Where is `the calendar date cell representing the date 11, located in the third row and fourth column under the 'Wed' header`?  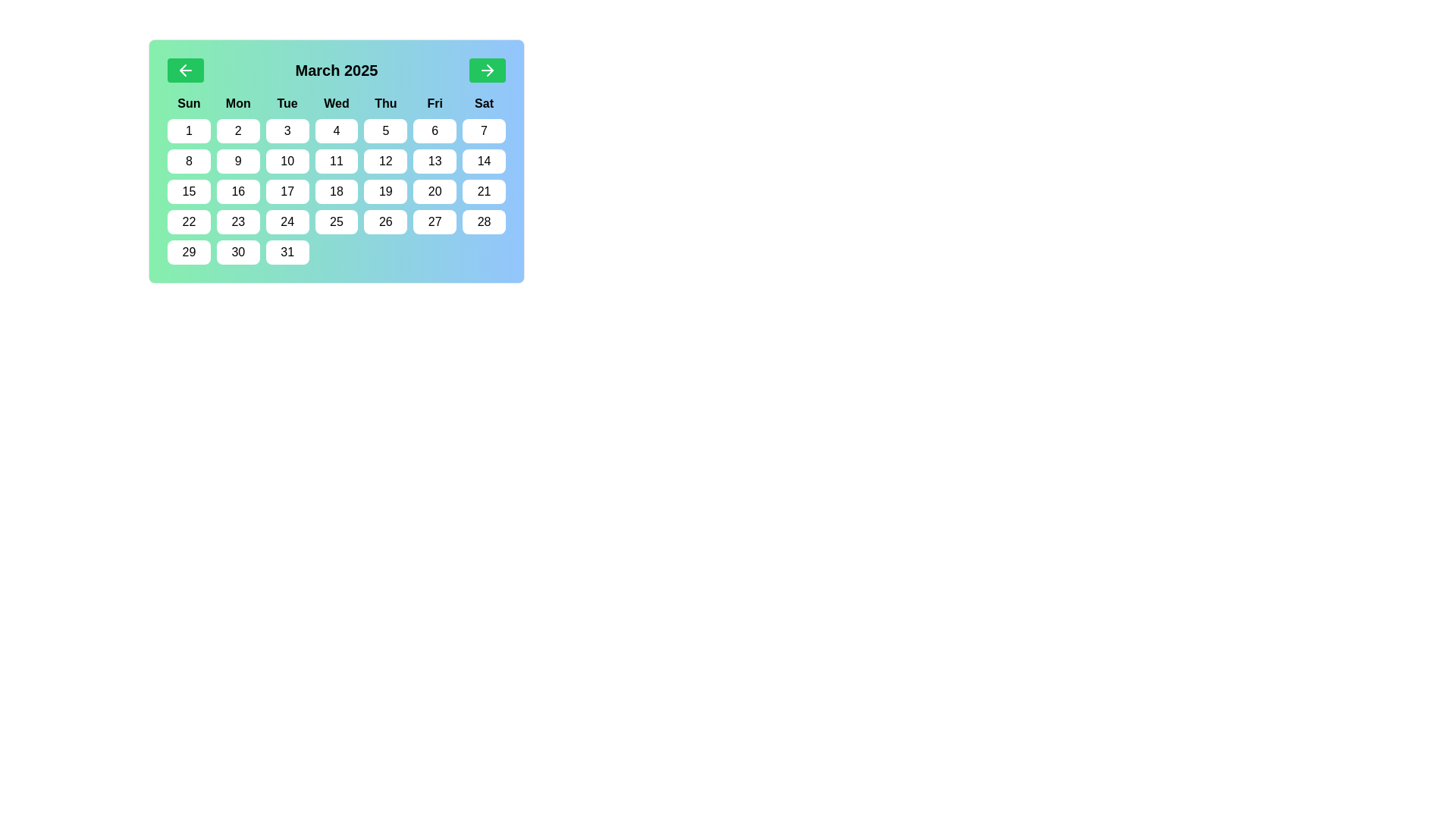 the calendar date cell representing the date 11, located in the third row and fourth column under the 'Wed' header is located at coordinates (335, 161).